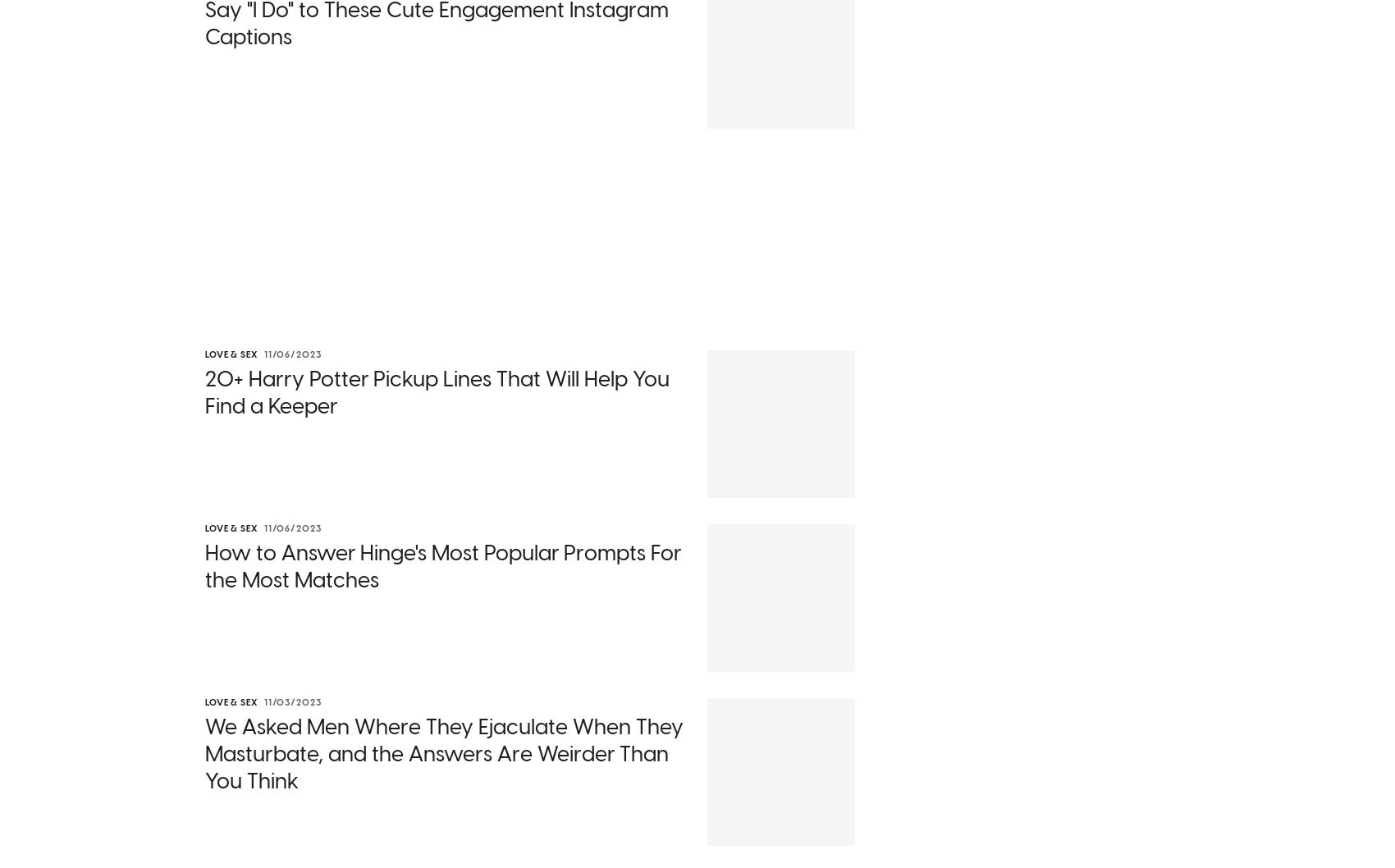  Describe the element at coordinates (205, 750) in the screenshot. I see `'In Virginia, the Department of Education increased the funds that went to subsidy-backed childcare programs last year. They've continually assessed and raised the amounts paid to these facilities to make sure that childcare providers are taken care of, and families receiving subsidies can find the care that they need.'` at that location.